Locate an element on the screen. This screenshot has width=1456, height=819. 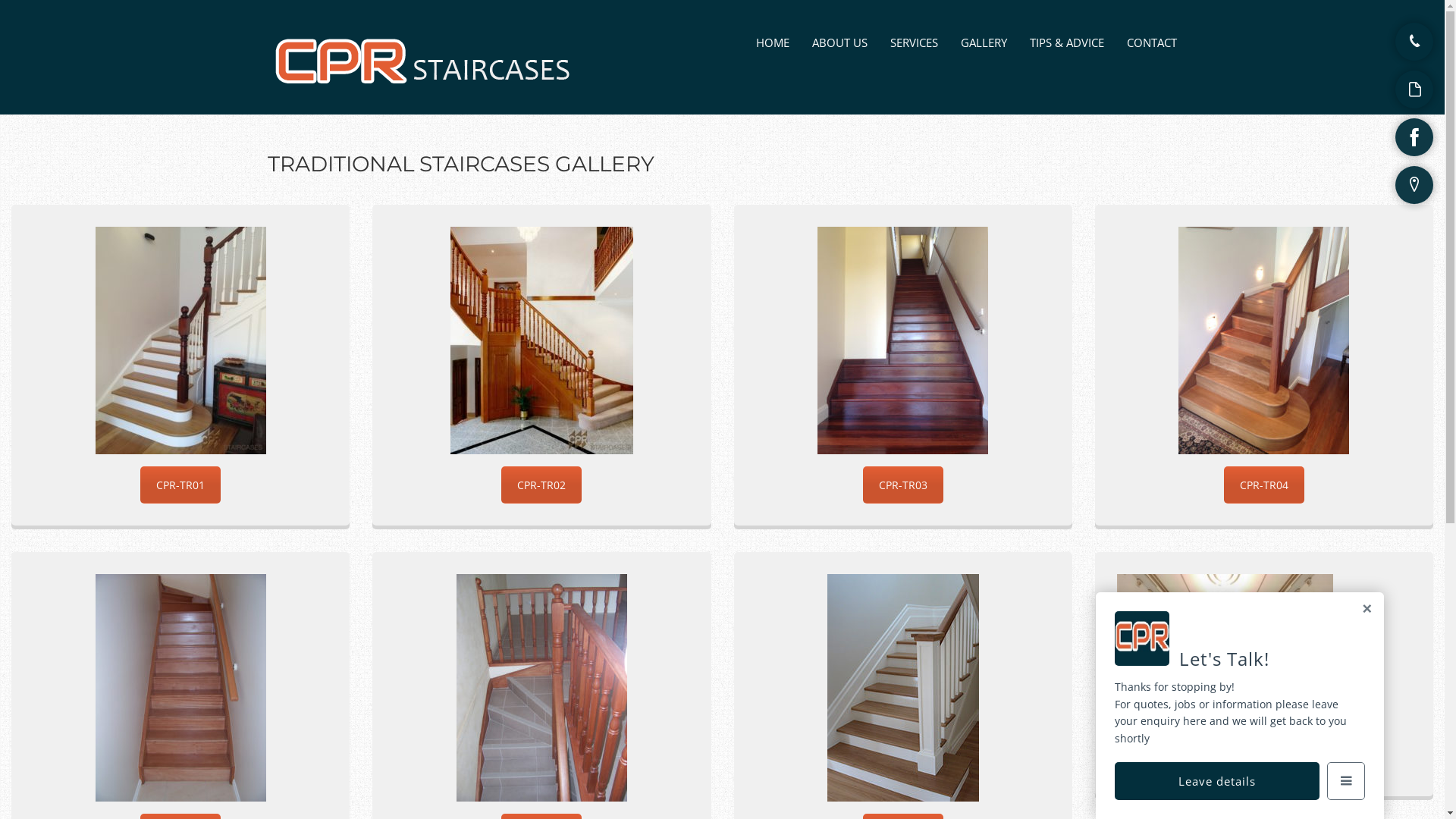
'ABOUT US' is located at coordinates (839, 42).